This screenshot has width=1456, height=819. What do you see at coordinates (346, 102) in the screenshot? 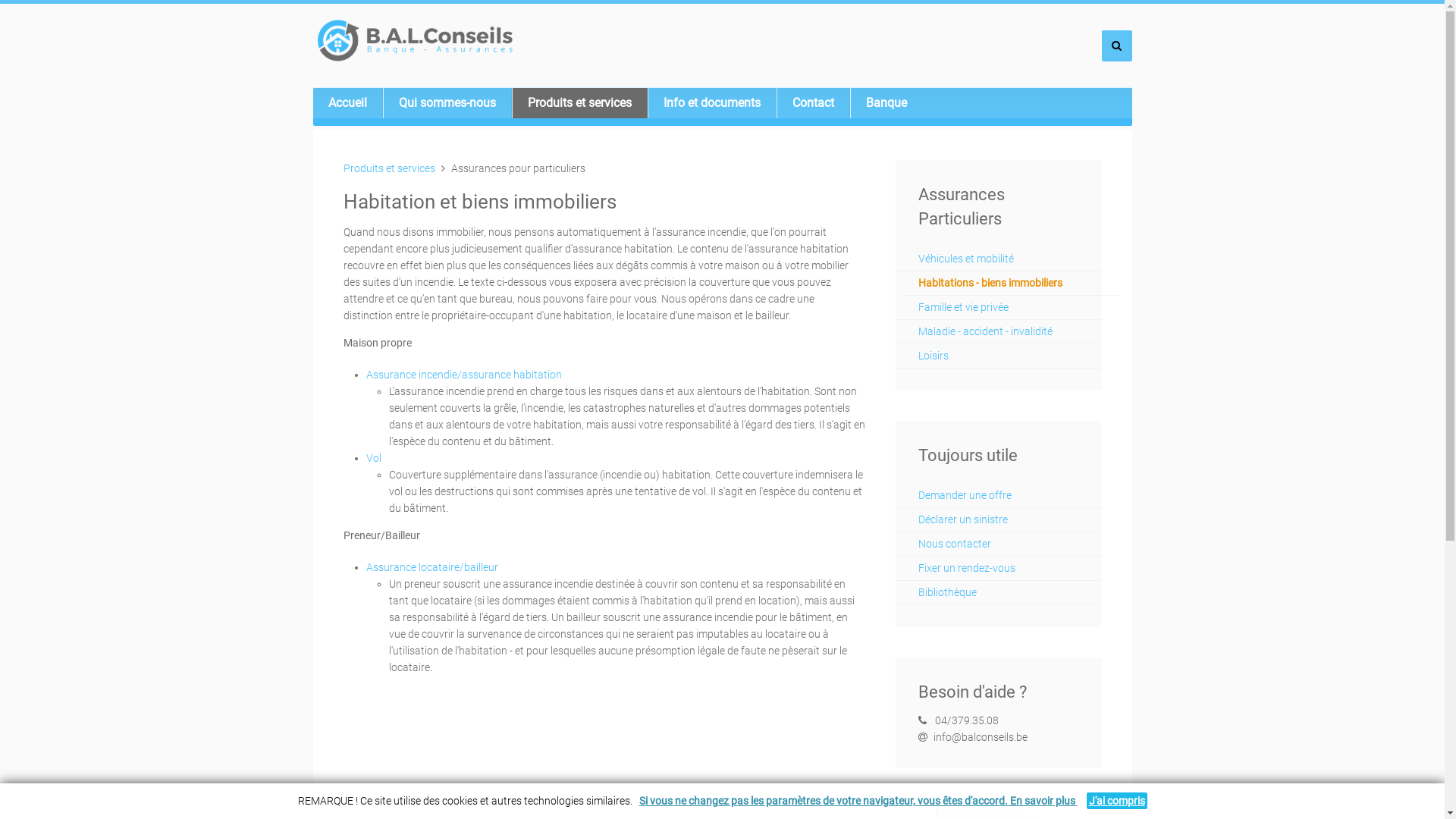
I see `'Accueil'` at bounding box center [346, 102].